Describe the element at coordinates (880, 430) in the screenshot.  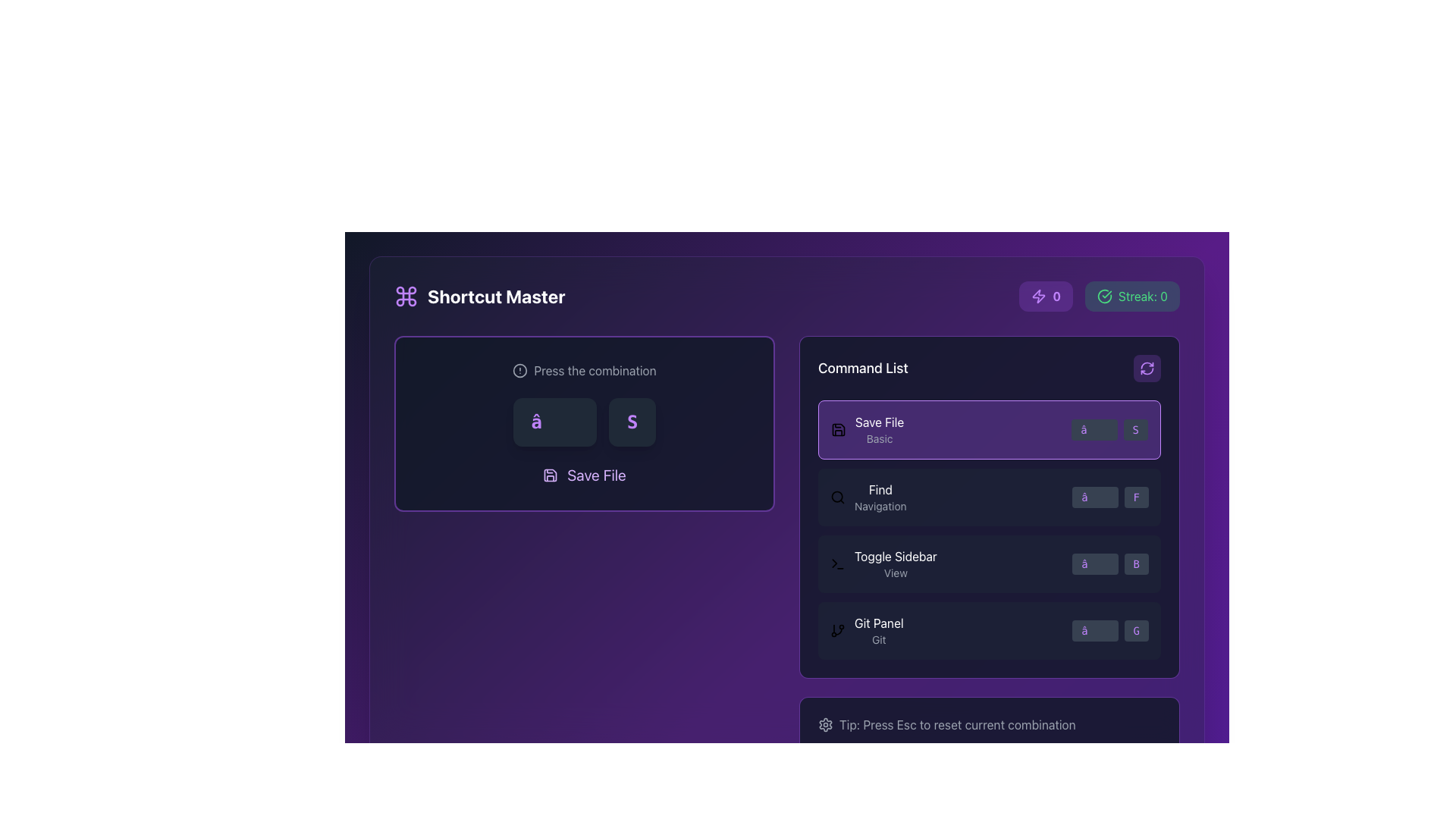
I see `the 'Save File' text label in the 'Command List' panel` at that location.